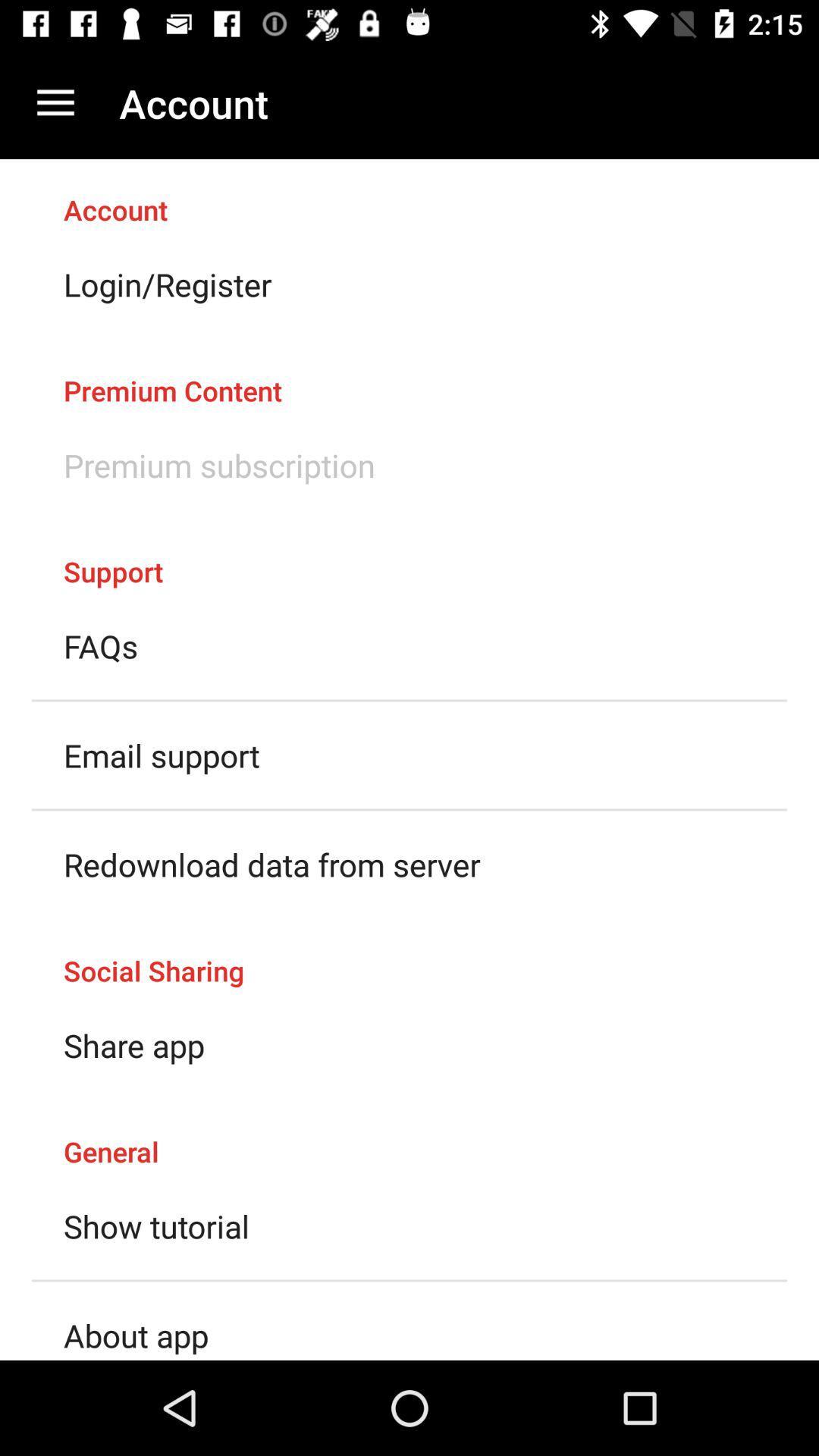 Image resolution: width=819 pixels, height=1456 pixels. I want to click on the redownload data from icon, so click(271, 864).